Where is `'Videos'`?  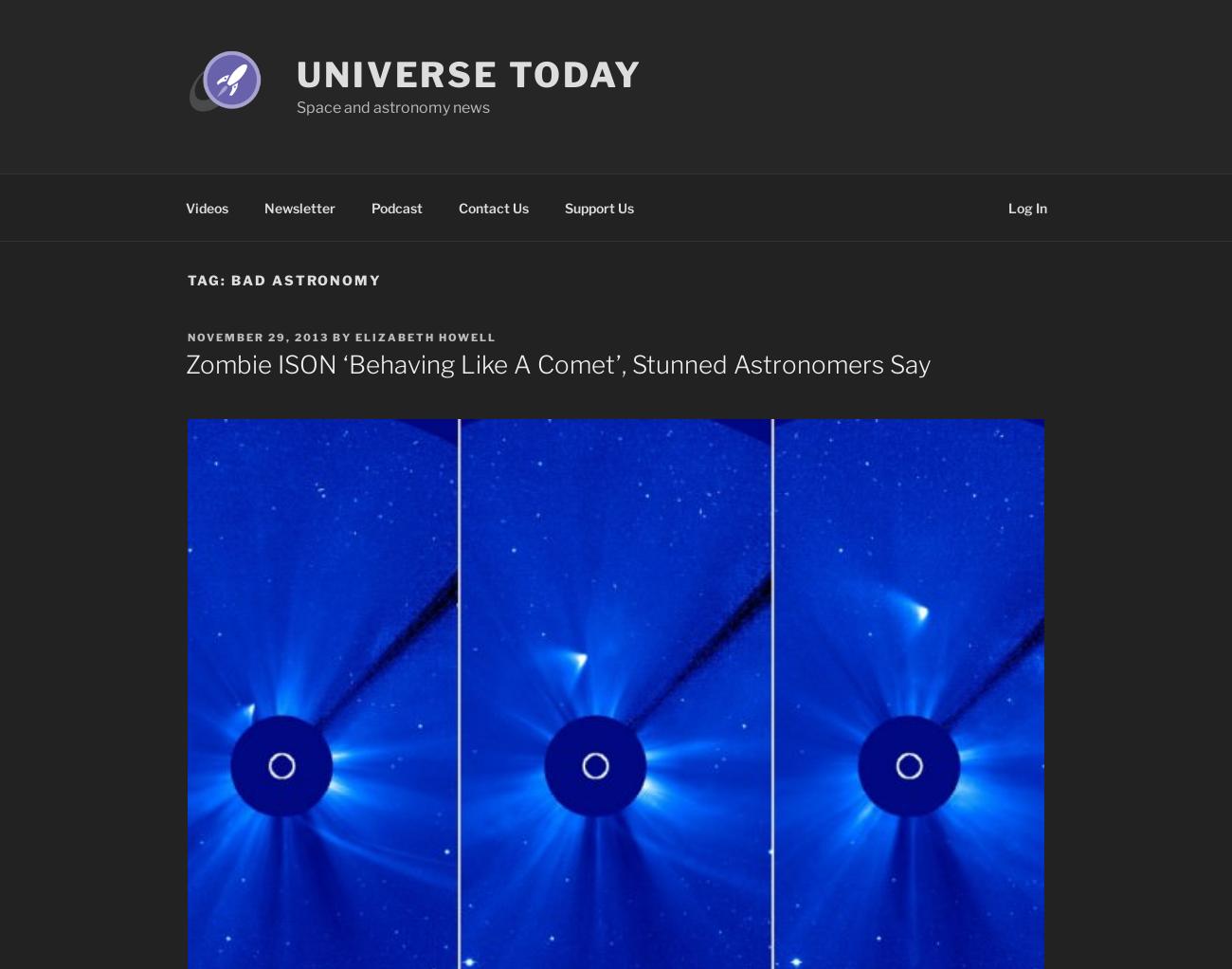 'Videos' is located at coordinates (205, 207).